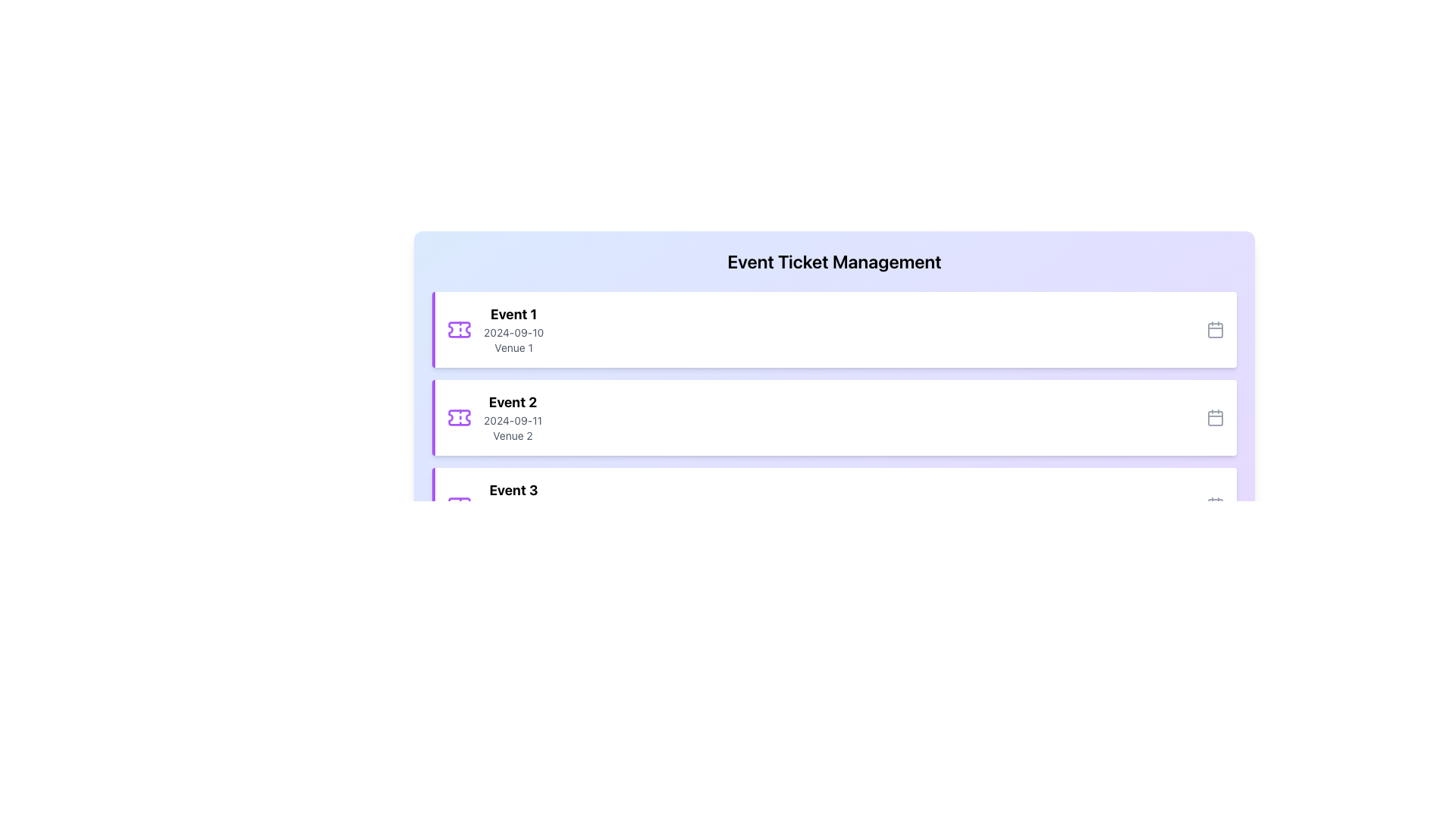 The width and height of the screenshot is (1456, 819). I want to click on the rounded rectangular ticket silhouette icon, which is purple with a hollow center and positioned to the left of the 'Event 3' text, so click(458, 506).